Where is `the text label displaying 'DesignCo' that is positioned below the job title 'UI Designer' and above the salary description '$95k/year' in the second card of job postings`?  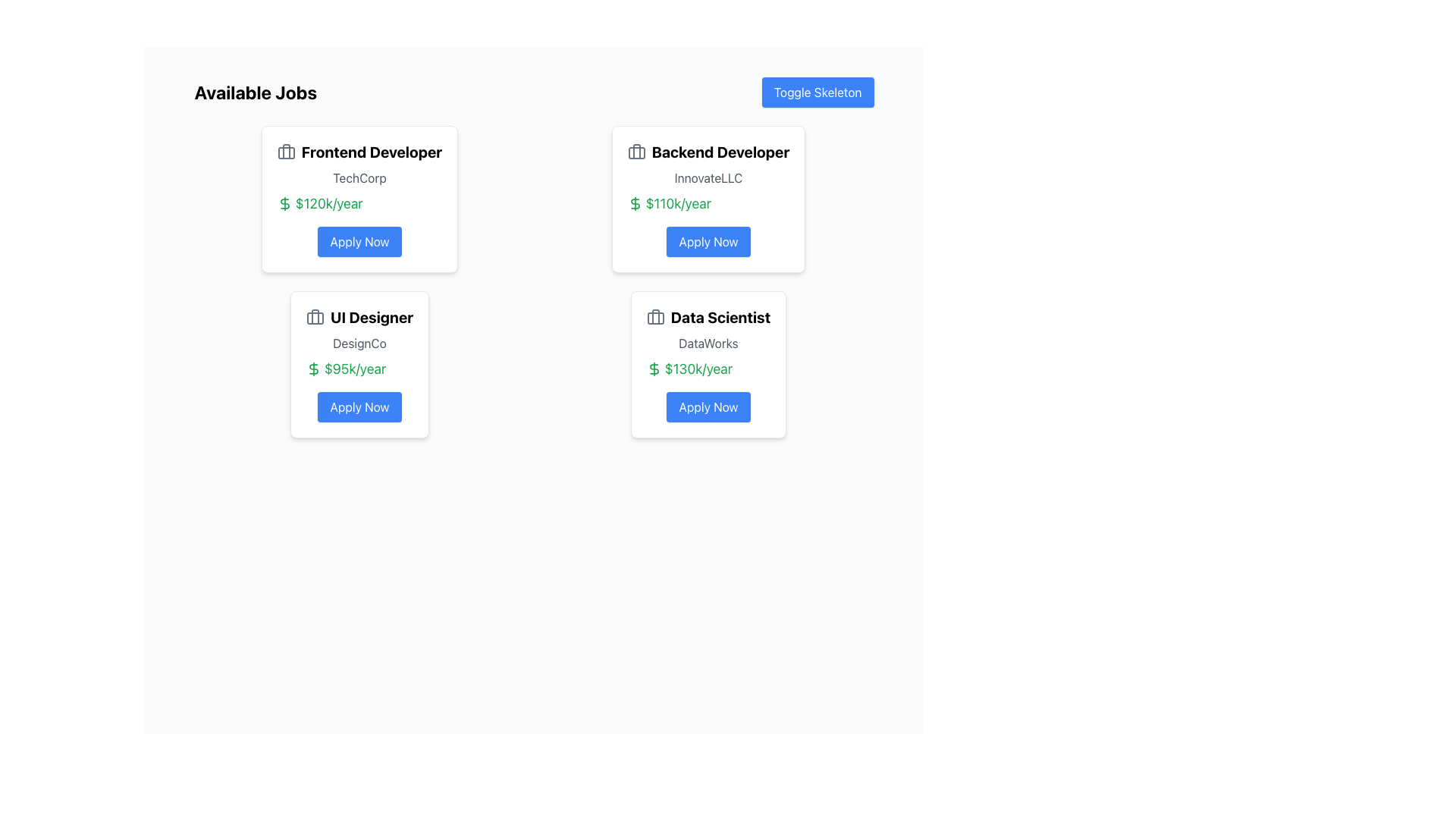 the text label displaying 'DesignCo' that is positioned below the job title 'UI Designer' and above the salary description '$95k/year' in the second card of job postings is located at coordinates (359, 343).